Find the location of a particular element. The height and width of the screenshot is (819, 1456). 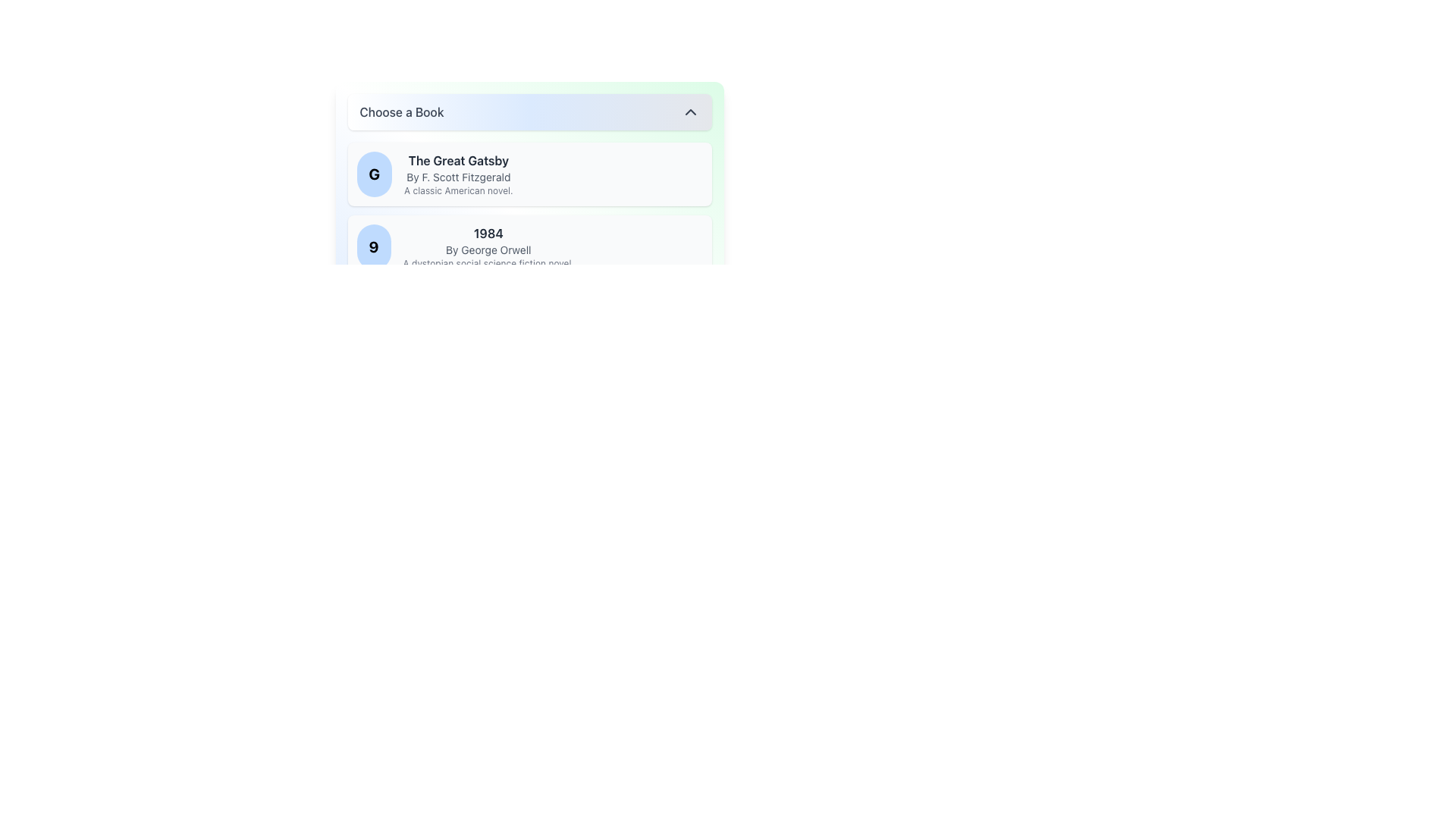

text content displaying the author of the book, which is located below the title 'The Great Gatsby' and above the description 'A classic American novel.' is located at coordinates (457, 177).